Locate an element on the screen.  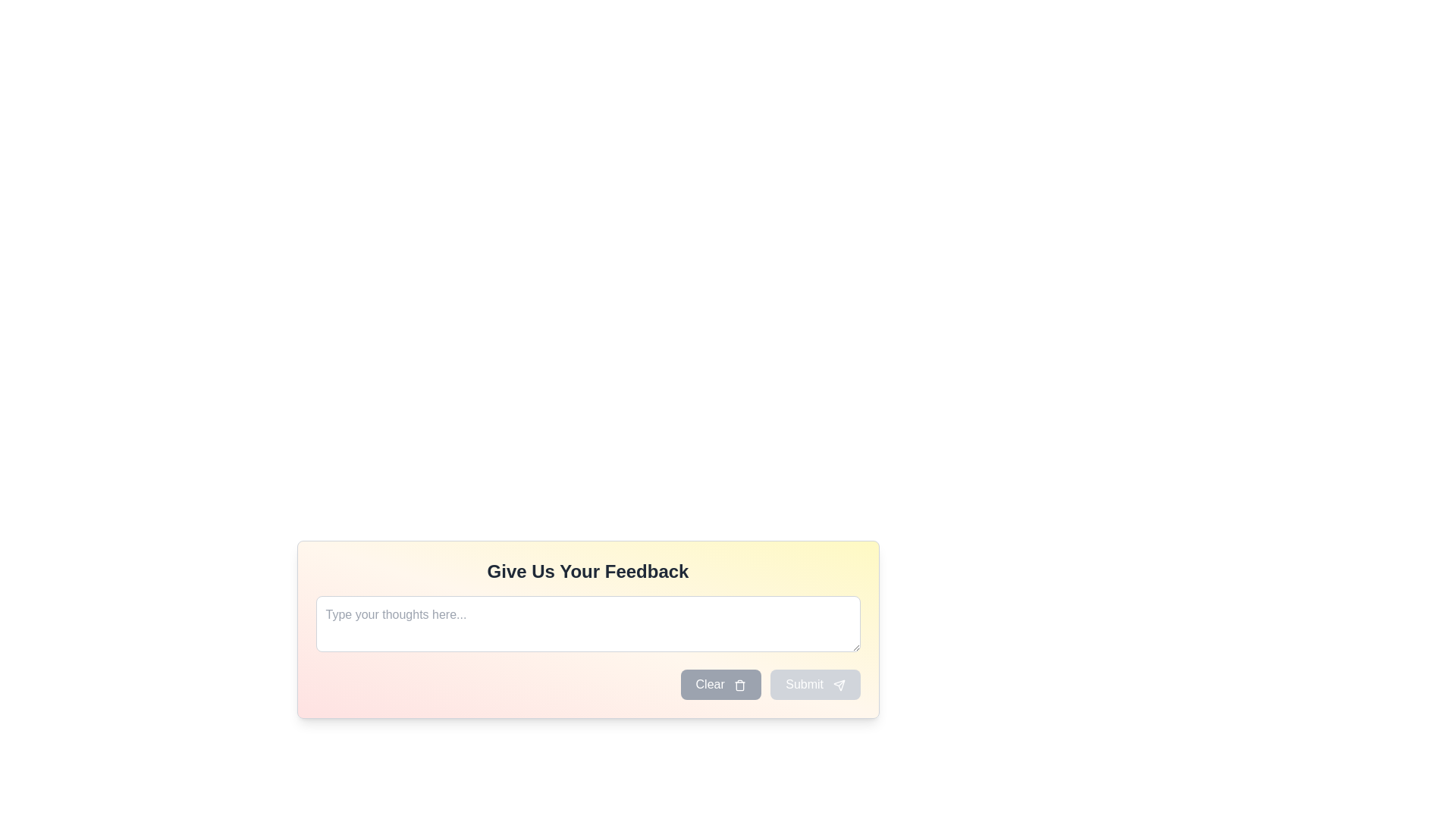
the 'Submit' button which is a rectangular button with a gray background and white text, located to the right of the 'Clear' button at the bottom right of the feedback form is located at coordinates (814, 684).